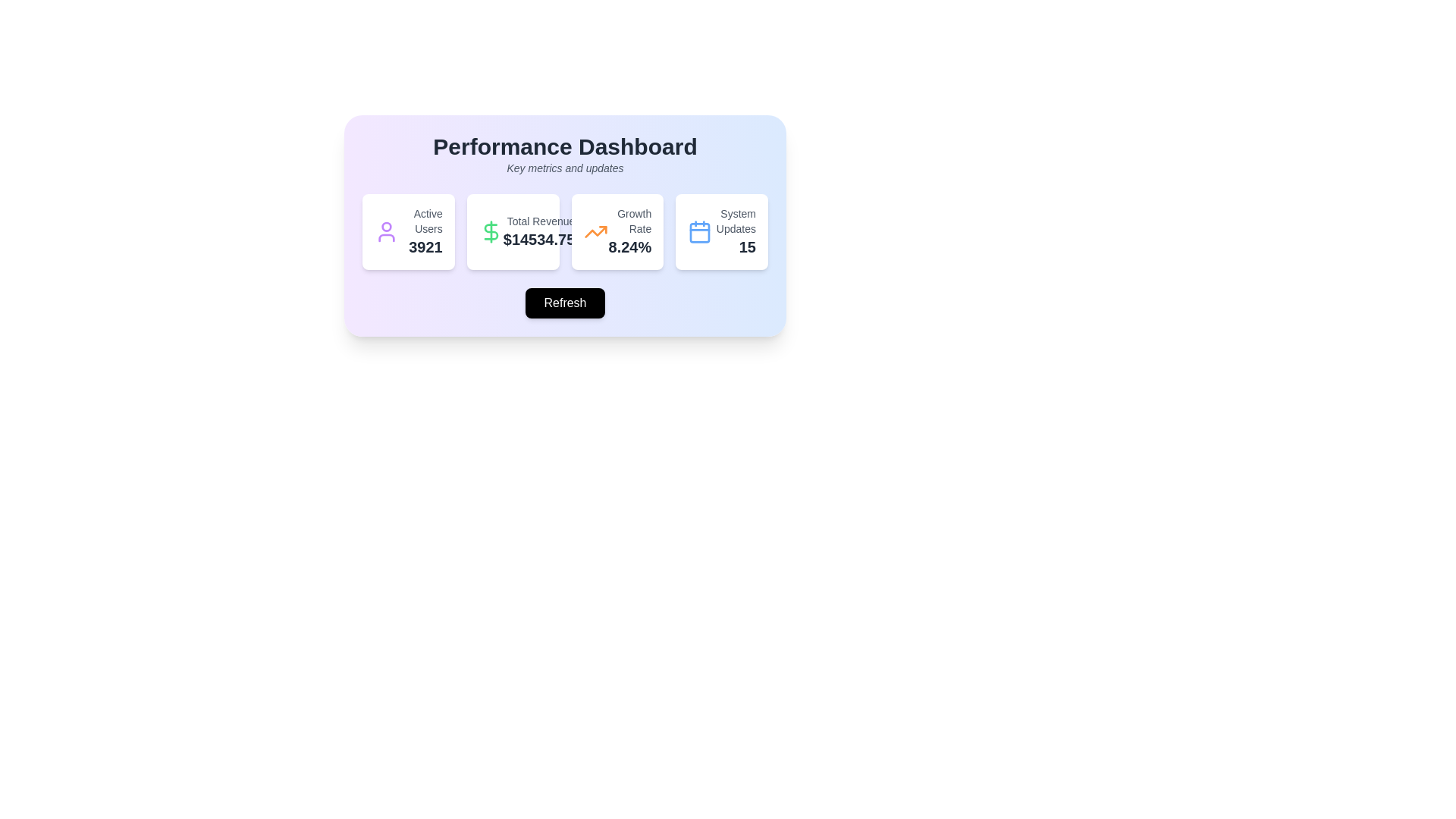 Image resolution: width=1456 pixels, height=819 pixels. Describe the element at coordinates (564, 303) in the screenshot. I see `the 'Refresh' button, which is a black rounded rectangular button with white text, centrally located beneath the metrics cards` at that location.